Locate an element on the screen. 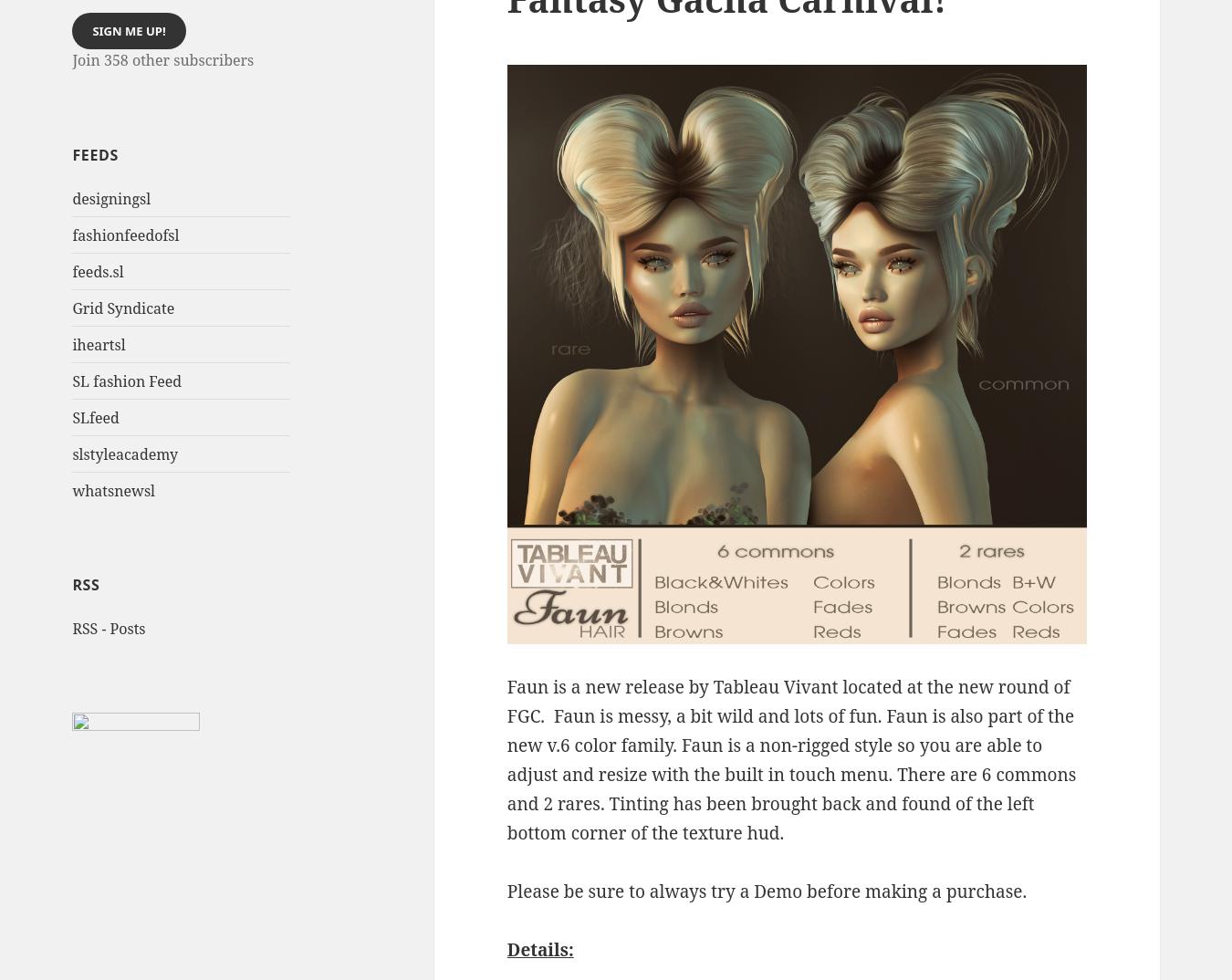 The image size is (1232, 980). 'Please be sure to always try a Demo before making a purchase.' is located at coordinates (505, 890).